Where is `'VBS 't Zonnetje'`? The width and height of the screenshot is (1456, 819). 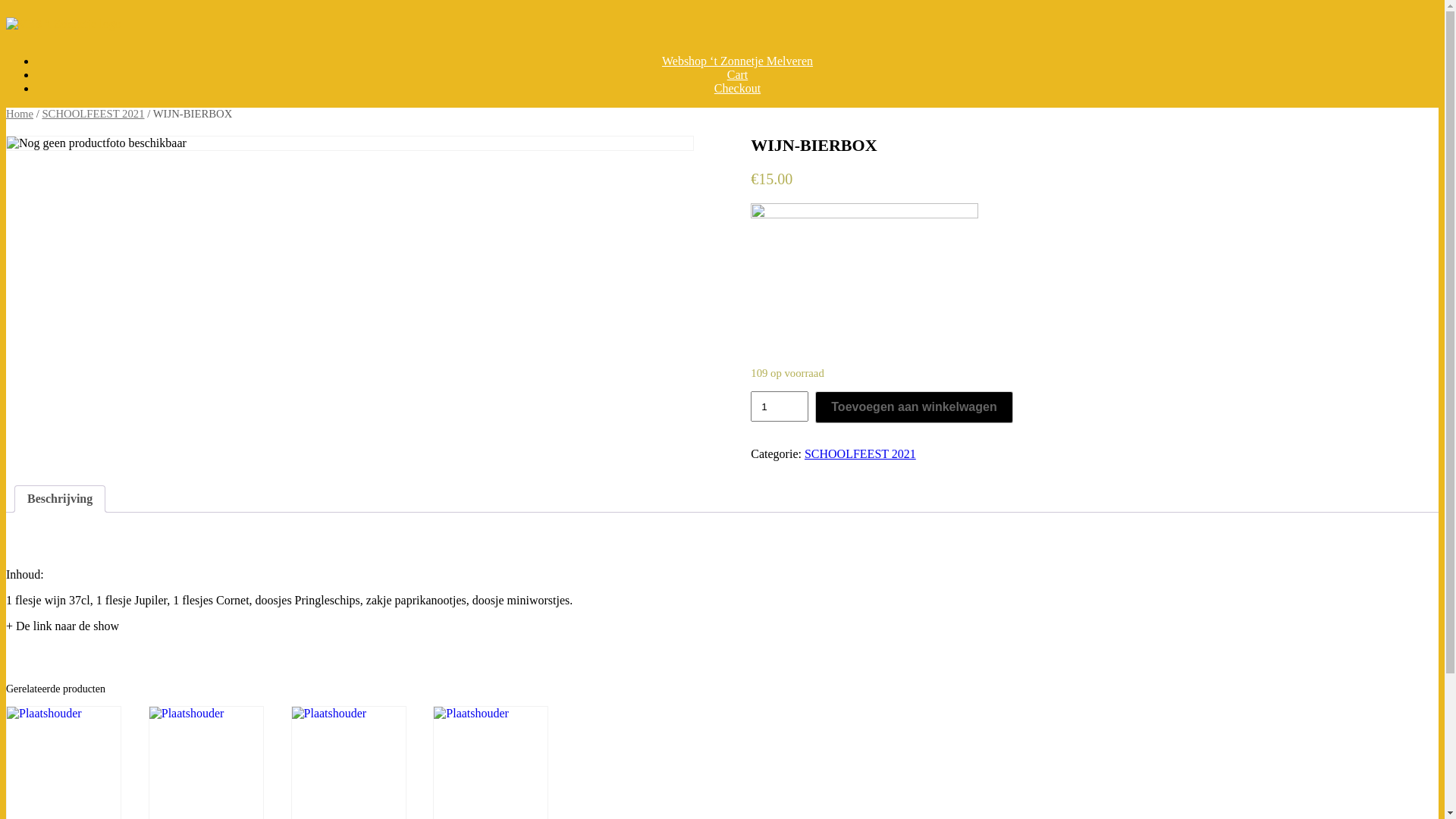 'VBS 't Zonnetje' is located at coordinates (6, 24).